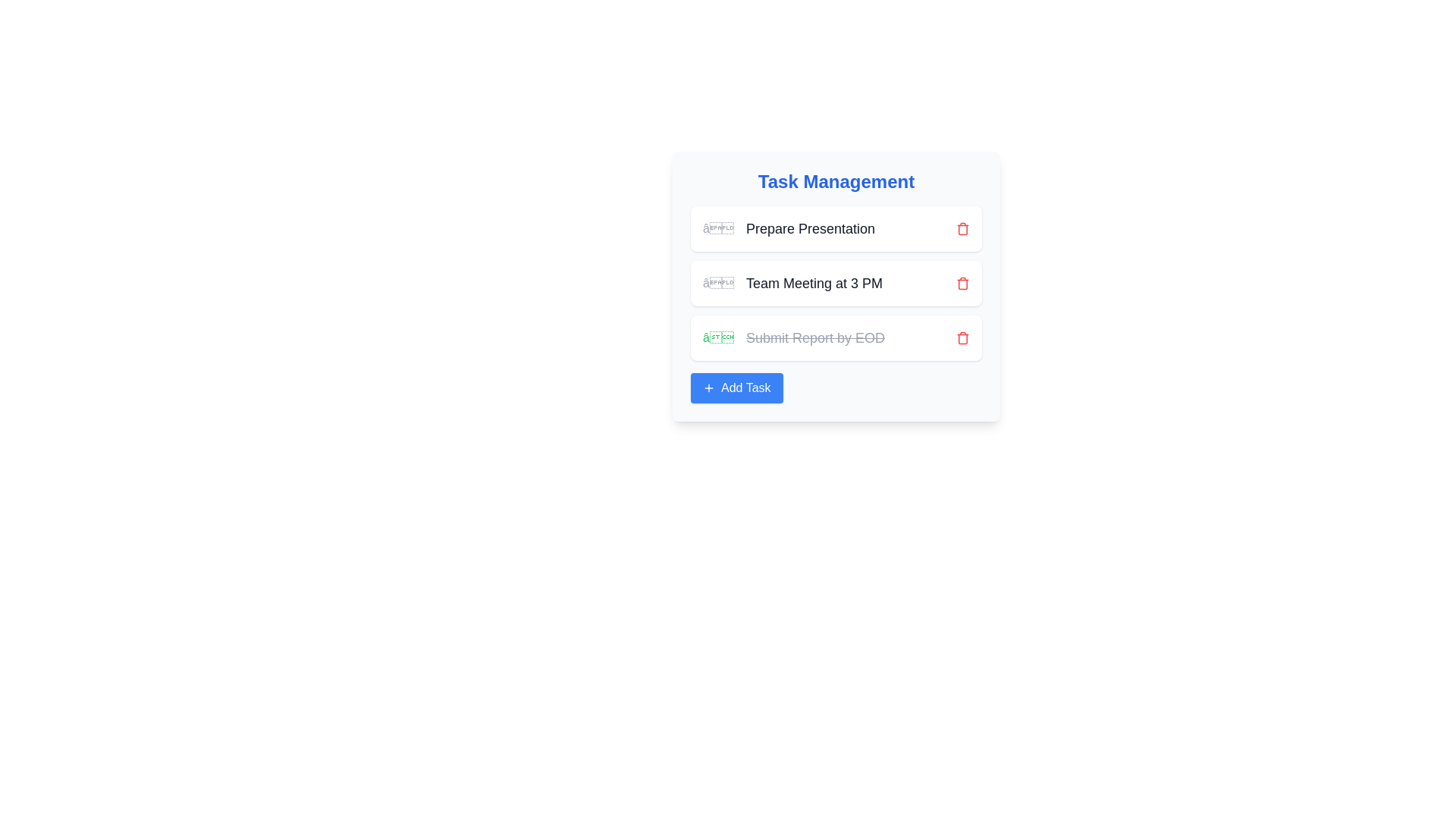 This screenshot has width=1456, height=819. I want to click on the gray circle icon with class 'mr-4 text-gray-400' located to the left of the 'Team Meeting at 3 PM' text in the second list item of the 'Task Management' section, so click(717, 284).